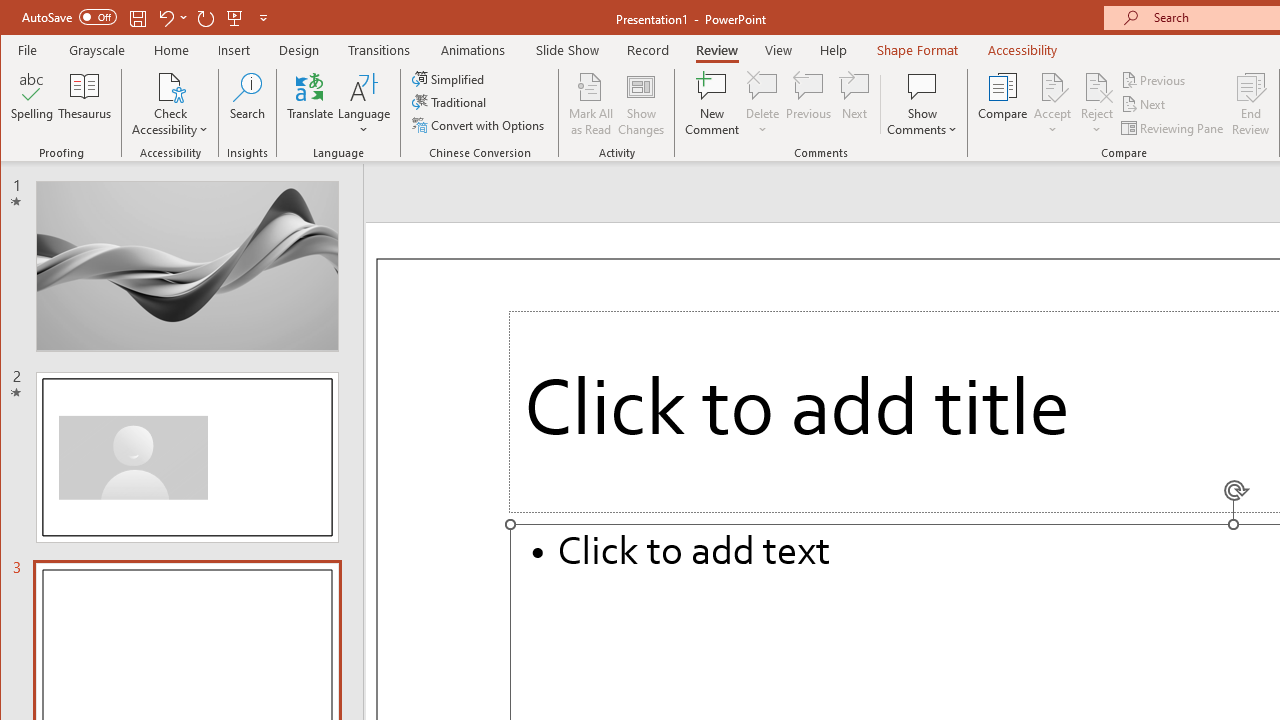 This screenshot has width=1280, height=720. I want to click on 'Reject Change', so click(1095, 85).